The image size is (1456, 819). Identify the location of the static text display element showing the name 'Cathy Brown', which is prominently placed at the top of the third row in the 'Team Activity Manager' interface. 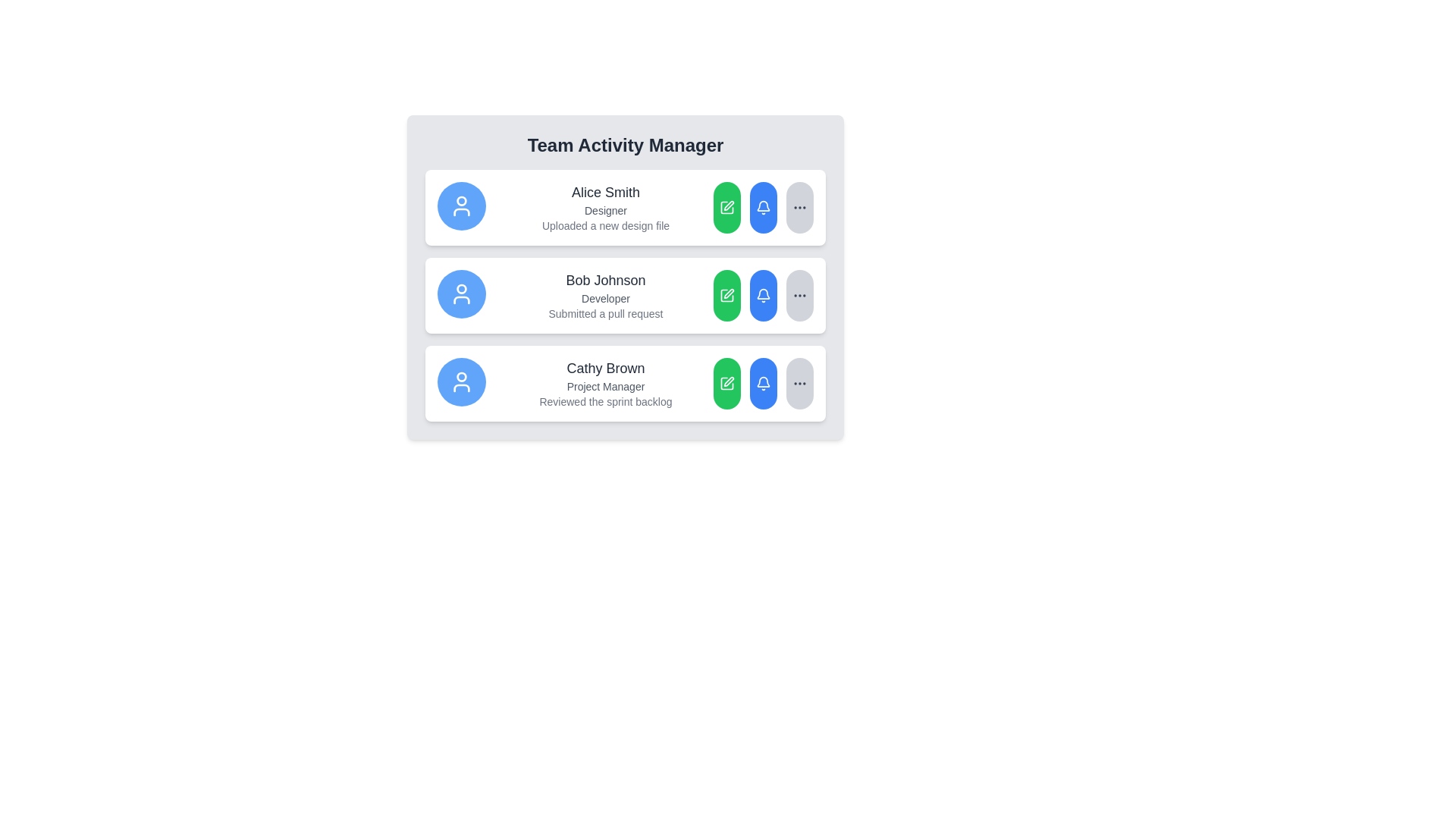
(604, 369).